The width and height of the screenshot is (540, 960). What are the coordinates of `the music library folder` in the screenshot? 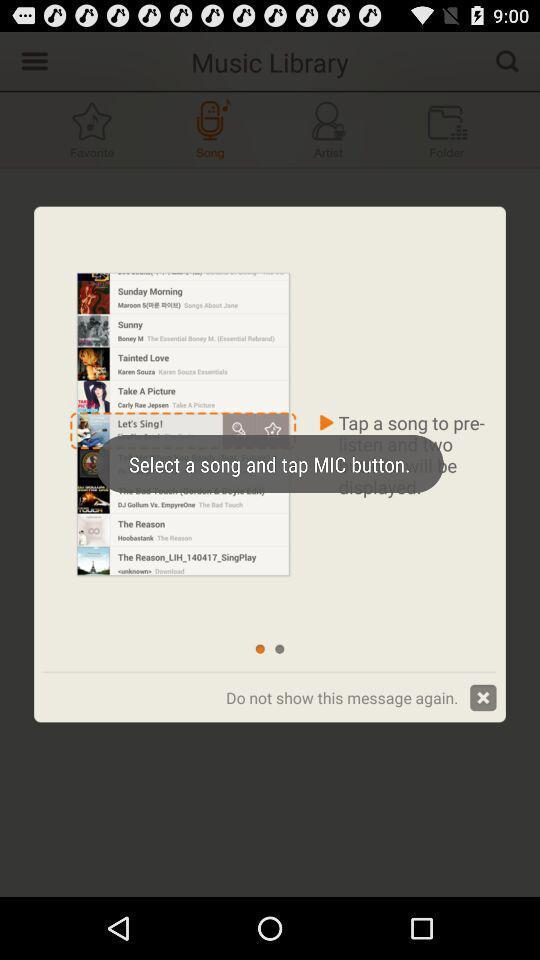 It's located at (447, 128).